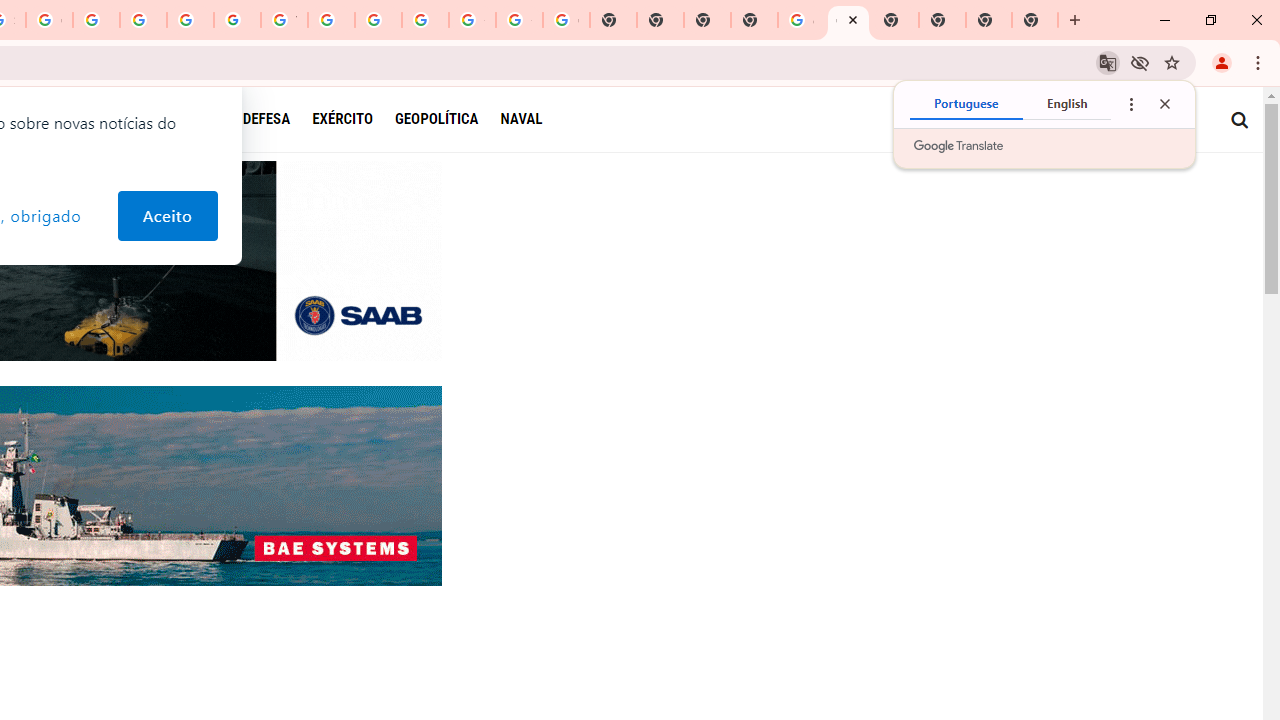  I want to click on 'Aceito', so click(167, 216).